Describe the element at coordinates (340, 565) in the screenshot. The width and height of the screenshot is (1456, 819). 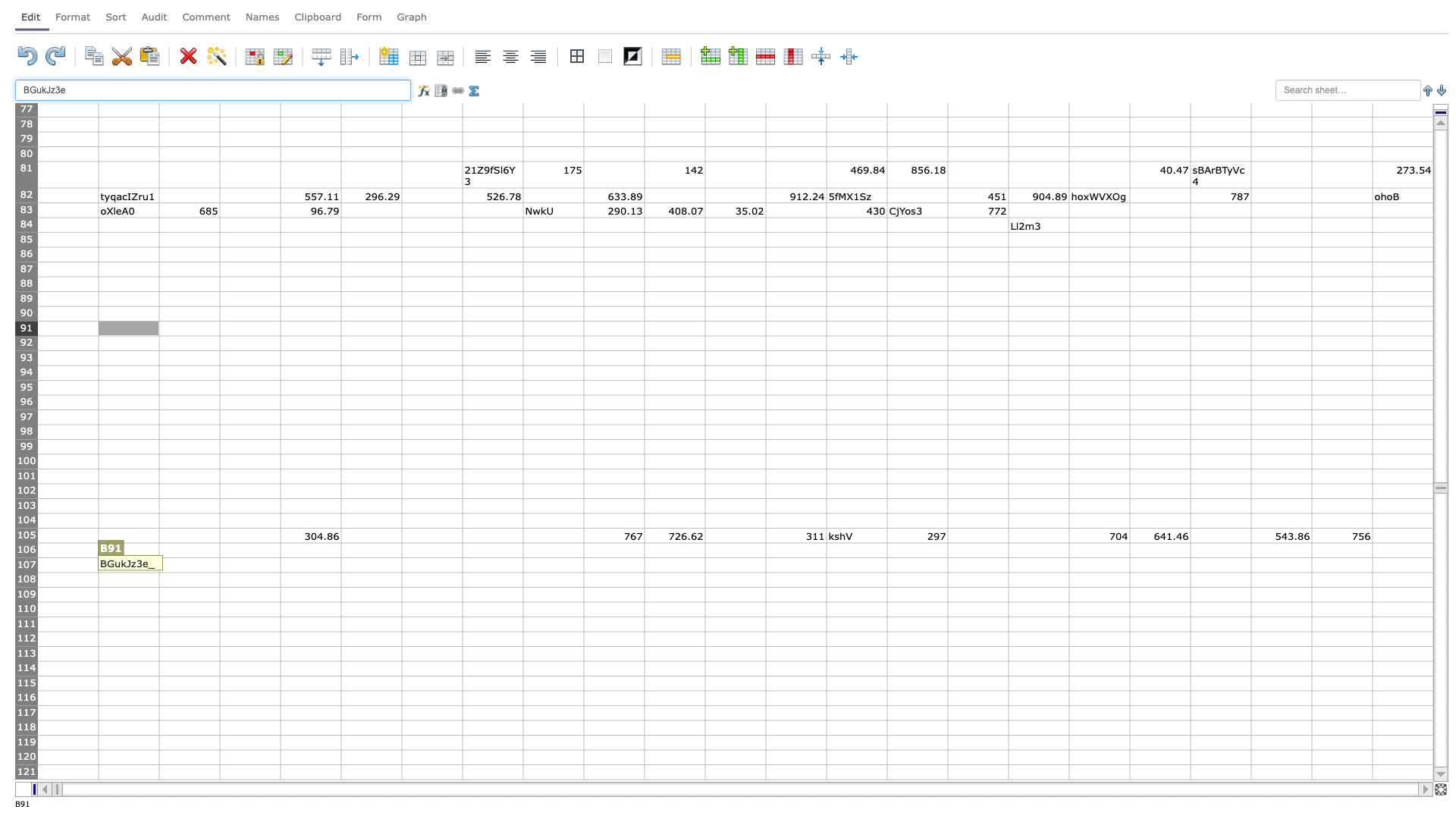
I see `right edge of E107` at that location.